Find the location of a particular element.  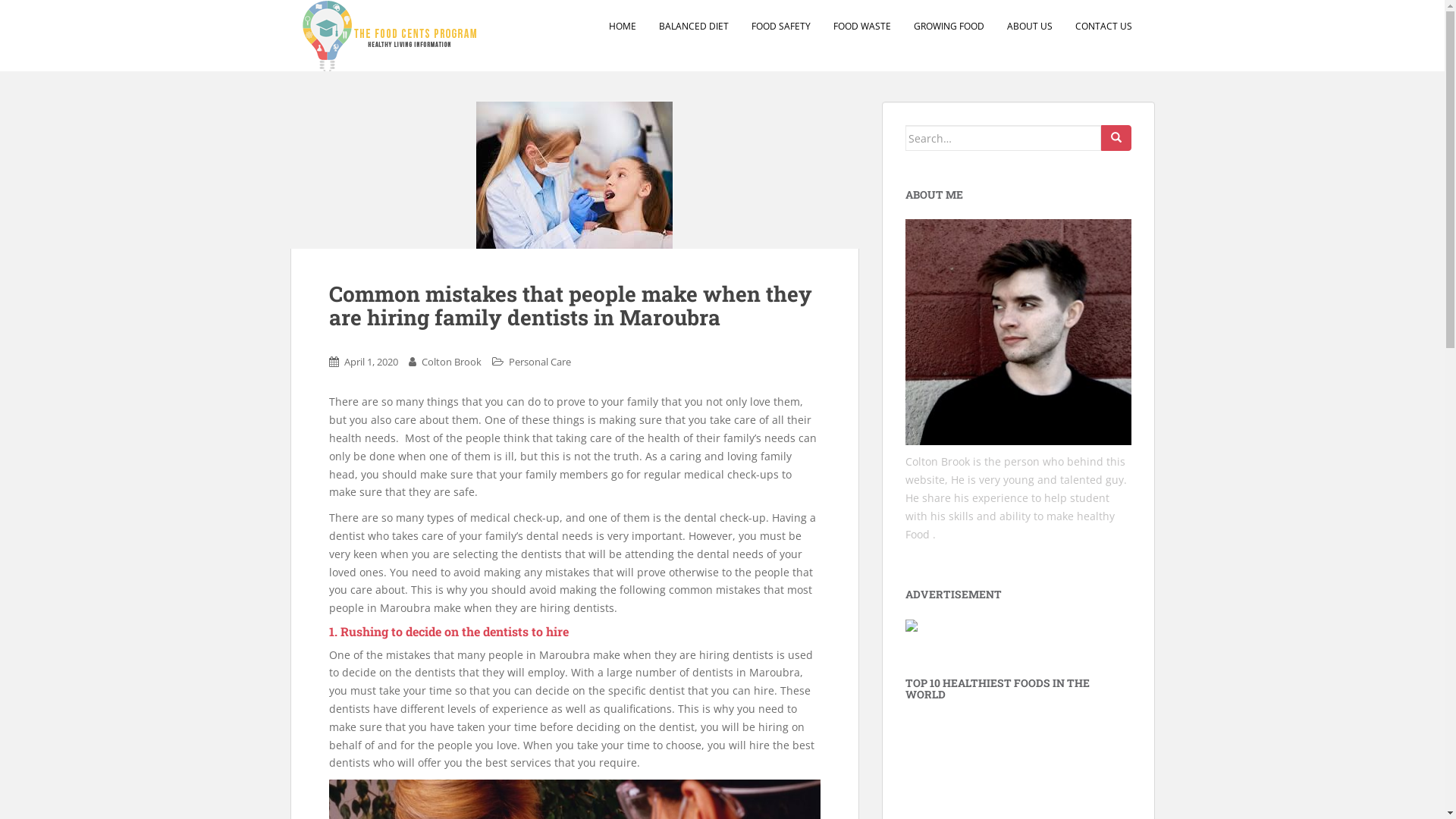

'Search' is located at coordinates (1116, 137).